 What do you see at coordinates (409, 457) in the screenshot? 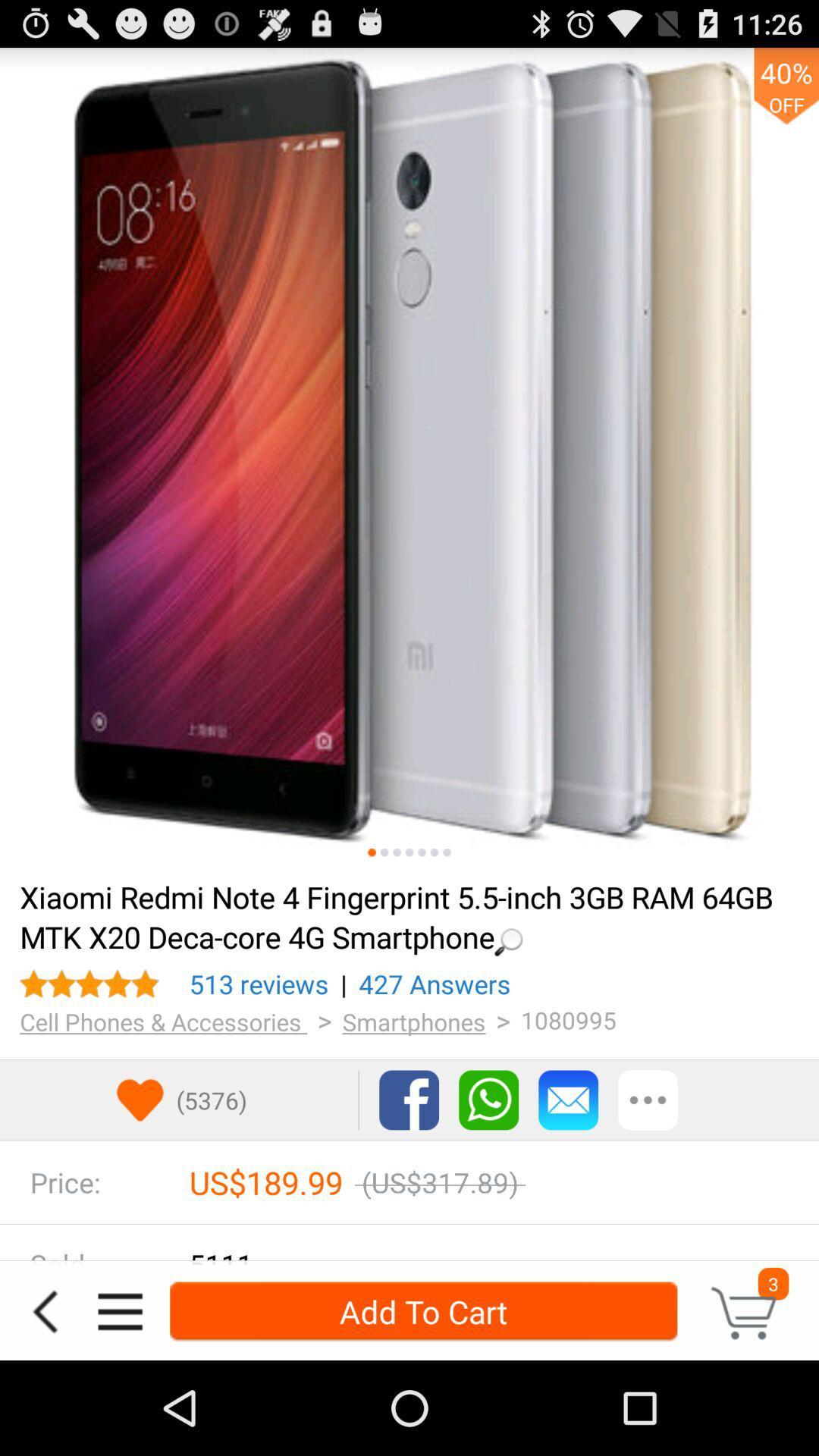
I see `website` at bounding box center [409, 457].